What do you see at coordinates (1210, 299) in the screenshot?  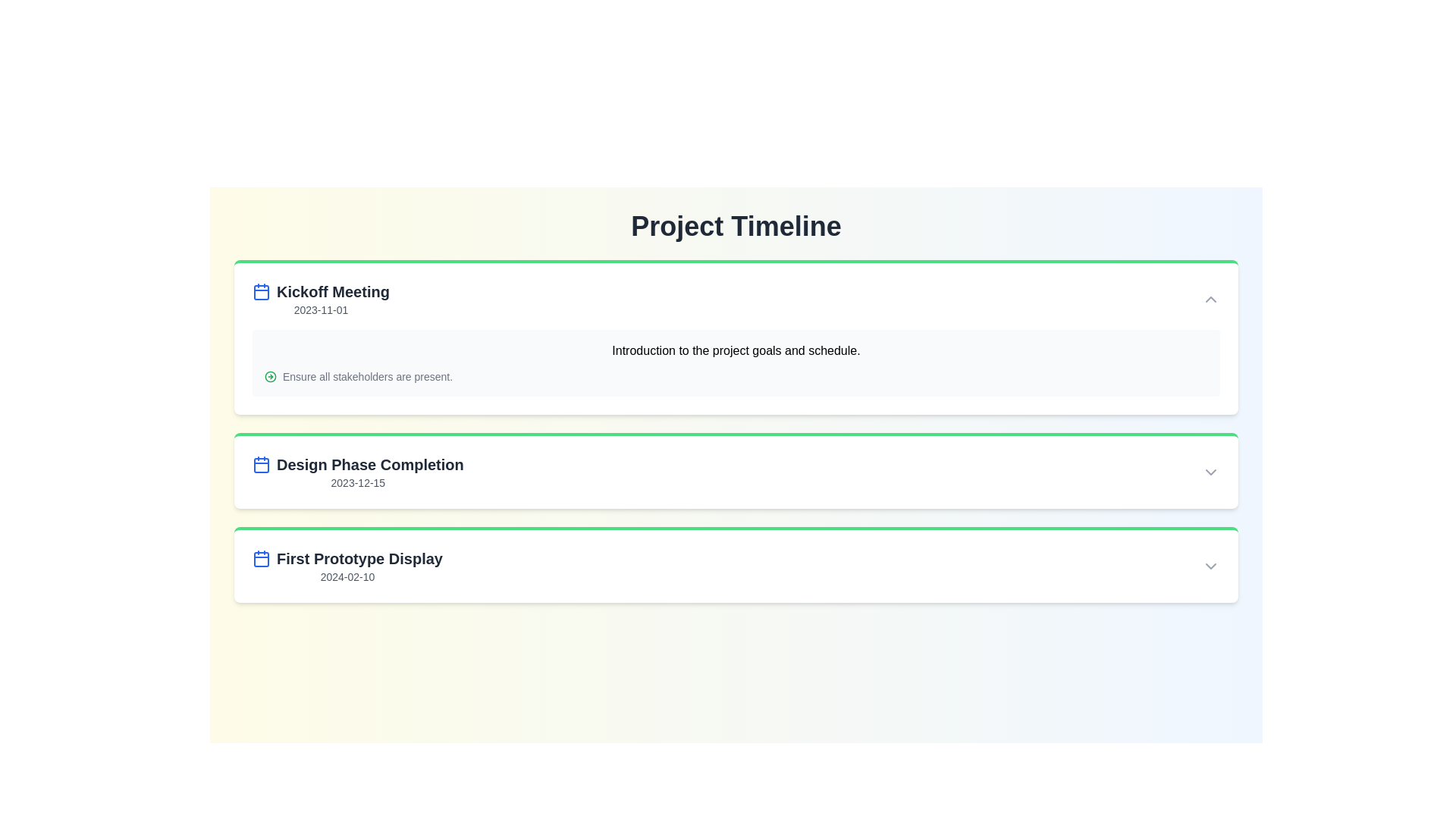 I see `the icon button that collapses or expands the 'Kickoff Meeting' section, located to the far right of the 'Kickoff Meeting' title` at bounding box center [1210, 299].